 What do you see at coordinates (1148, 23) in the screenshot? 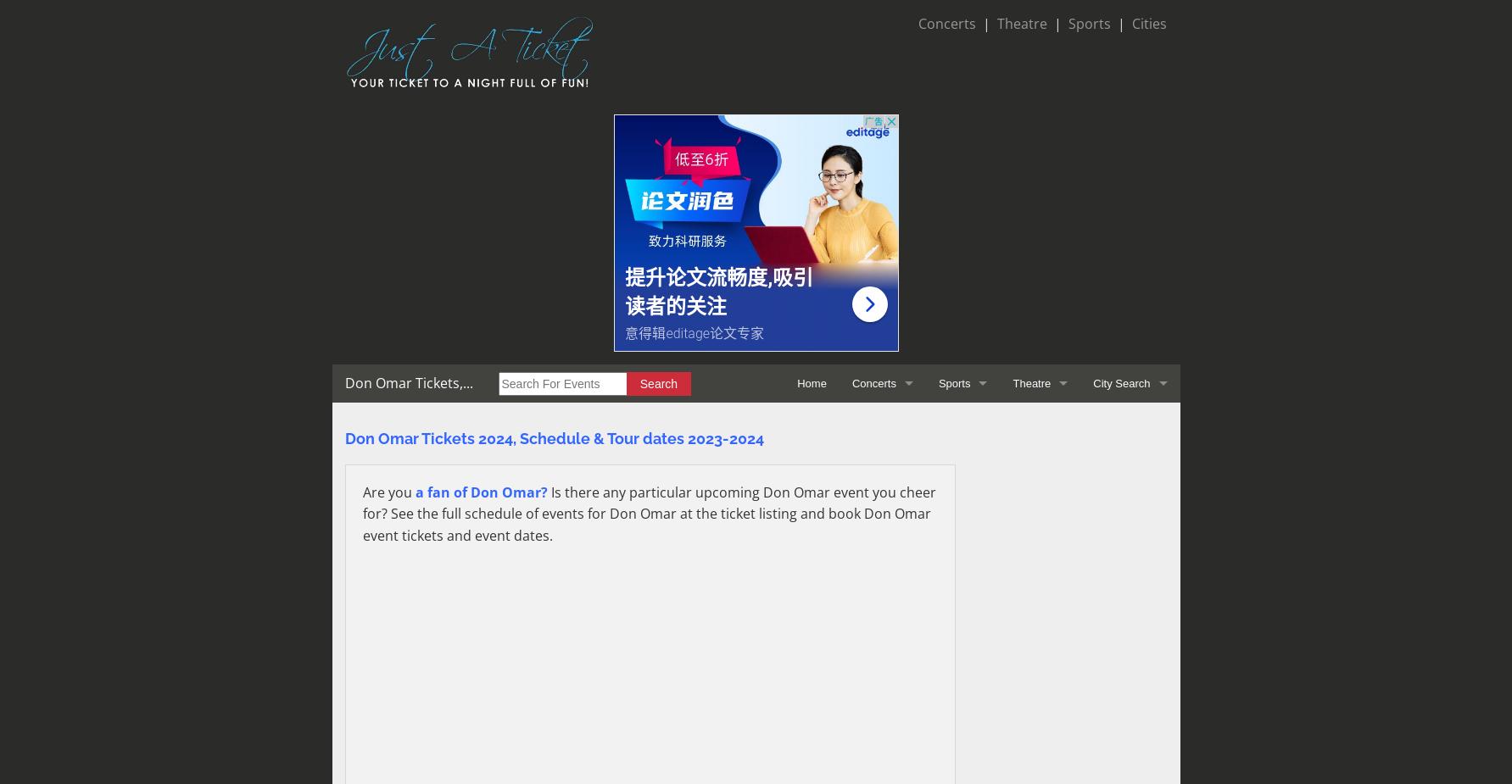
I see `'Cities'` at bounding box center [1148, 23].